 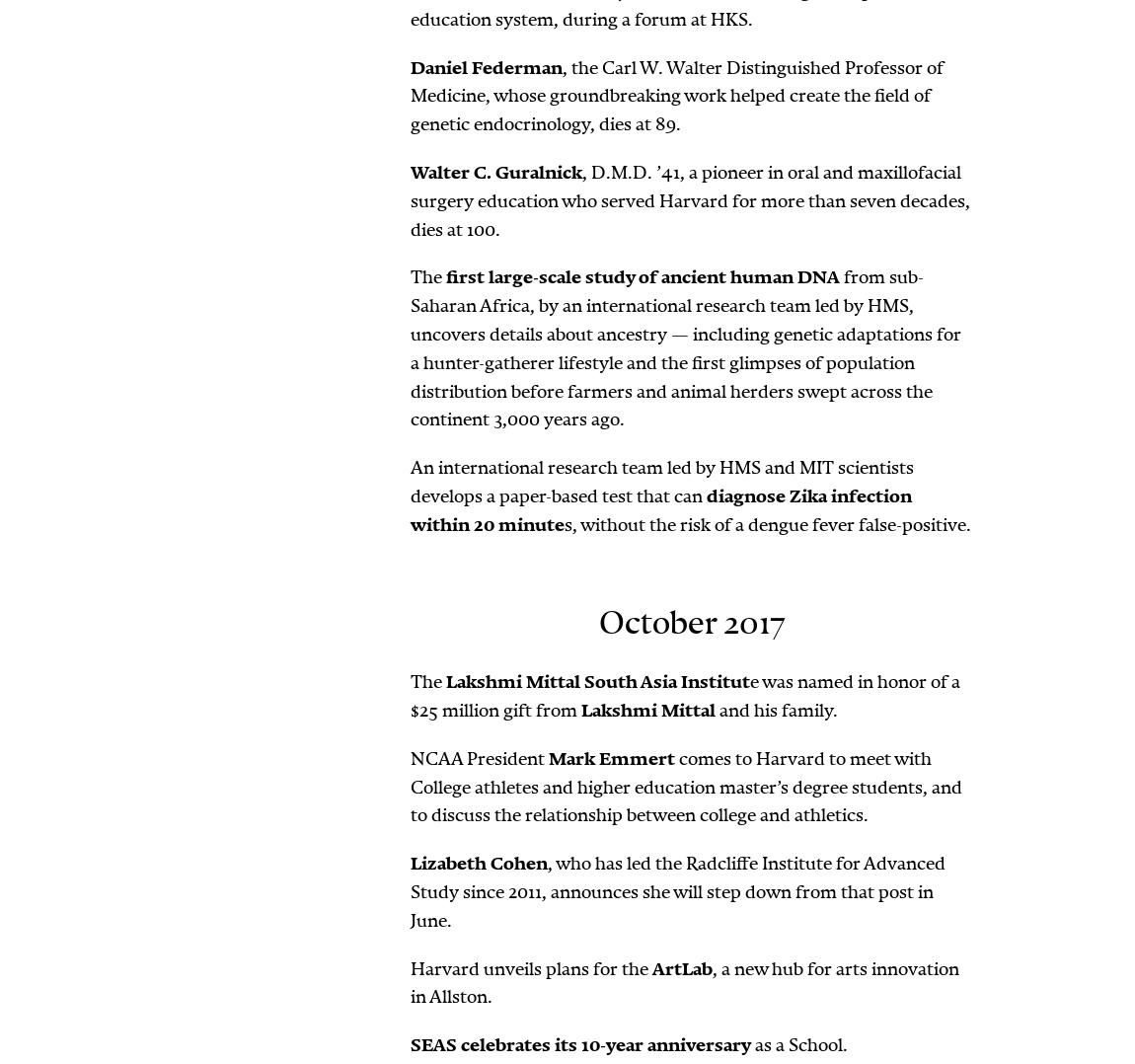 What do you see at coordinates (642, 277) in the screenshot?
I see `'first large-scale study of ancient human DNA'` at bounding box center [642, 277].